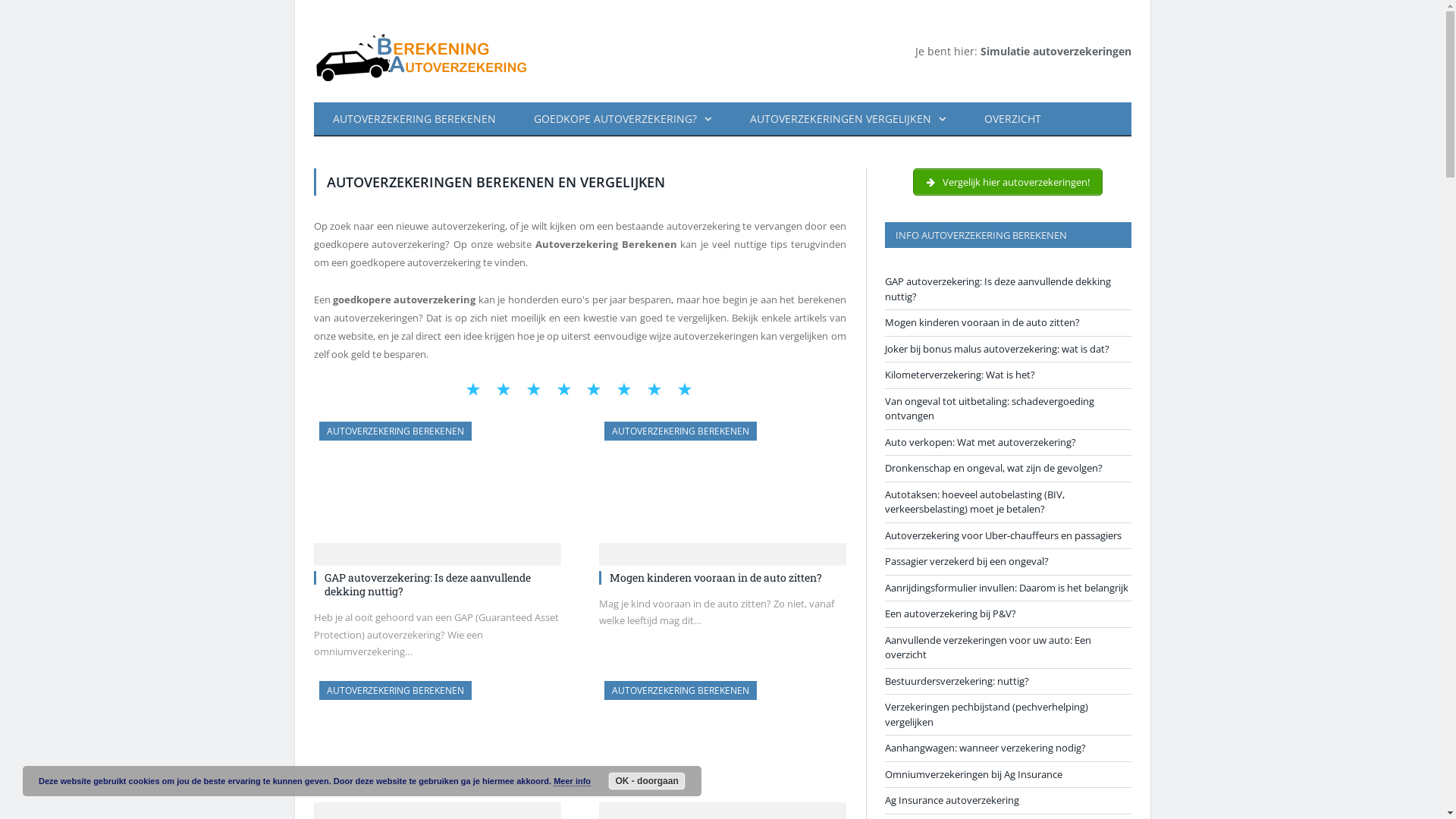 The image size is (1456, 819). What do you see at coordinates (607, 780) in the screenshot?
I see `'OK - doorgaan'` at bounding box center [607, 780].